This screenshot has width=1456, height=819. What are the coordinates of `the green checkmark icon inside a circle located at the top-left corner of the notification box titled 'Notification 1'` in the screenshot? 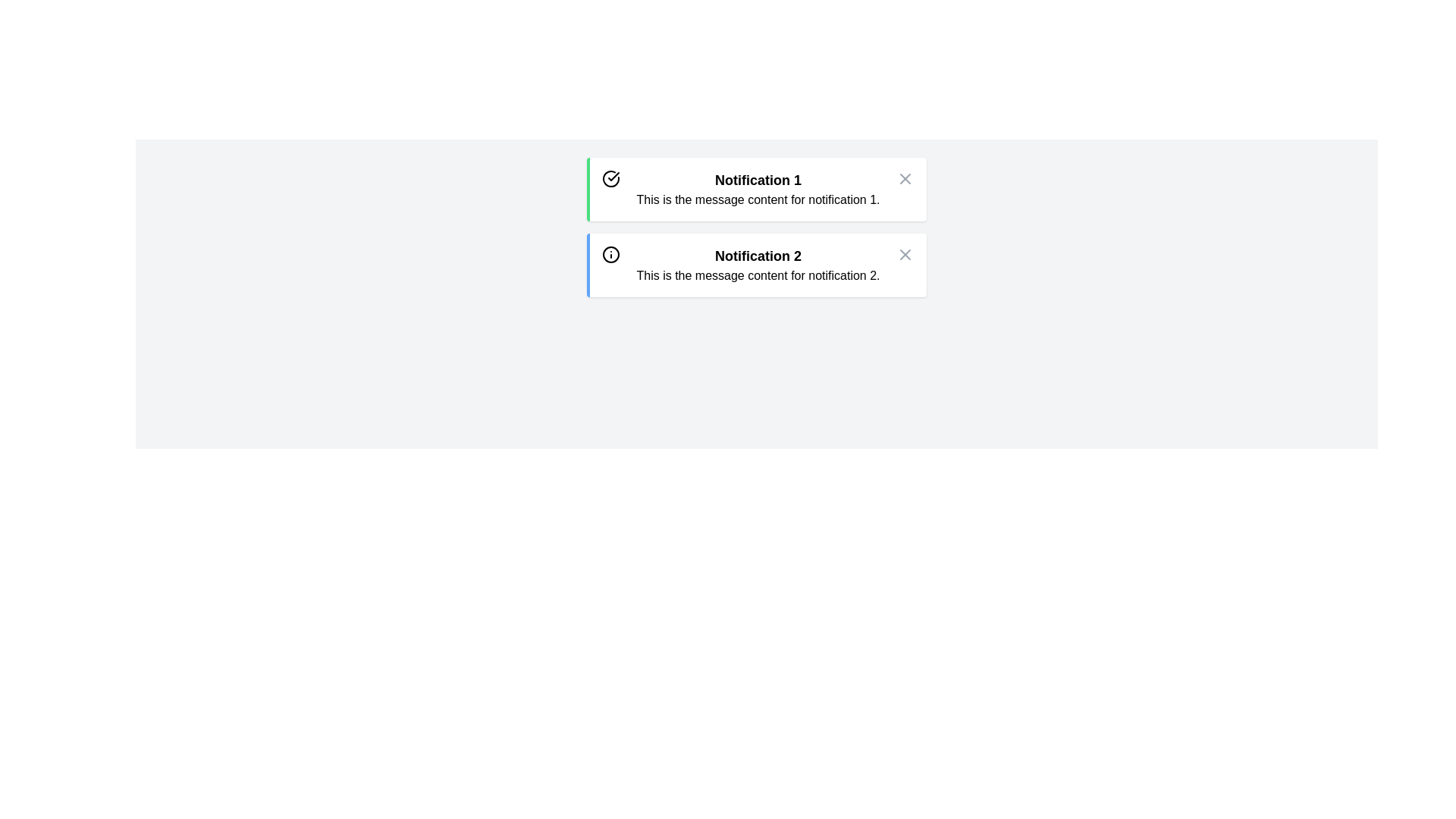 It's located at (611, 177).